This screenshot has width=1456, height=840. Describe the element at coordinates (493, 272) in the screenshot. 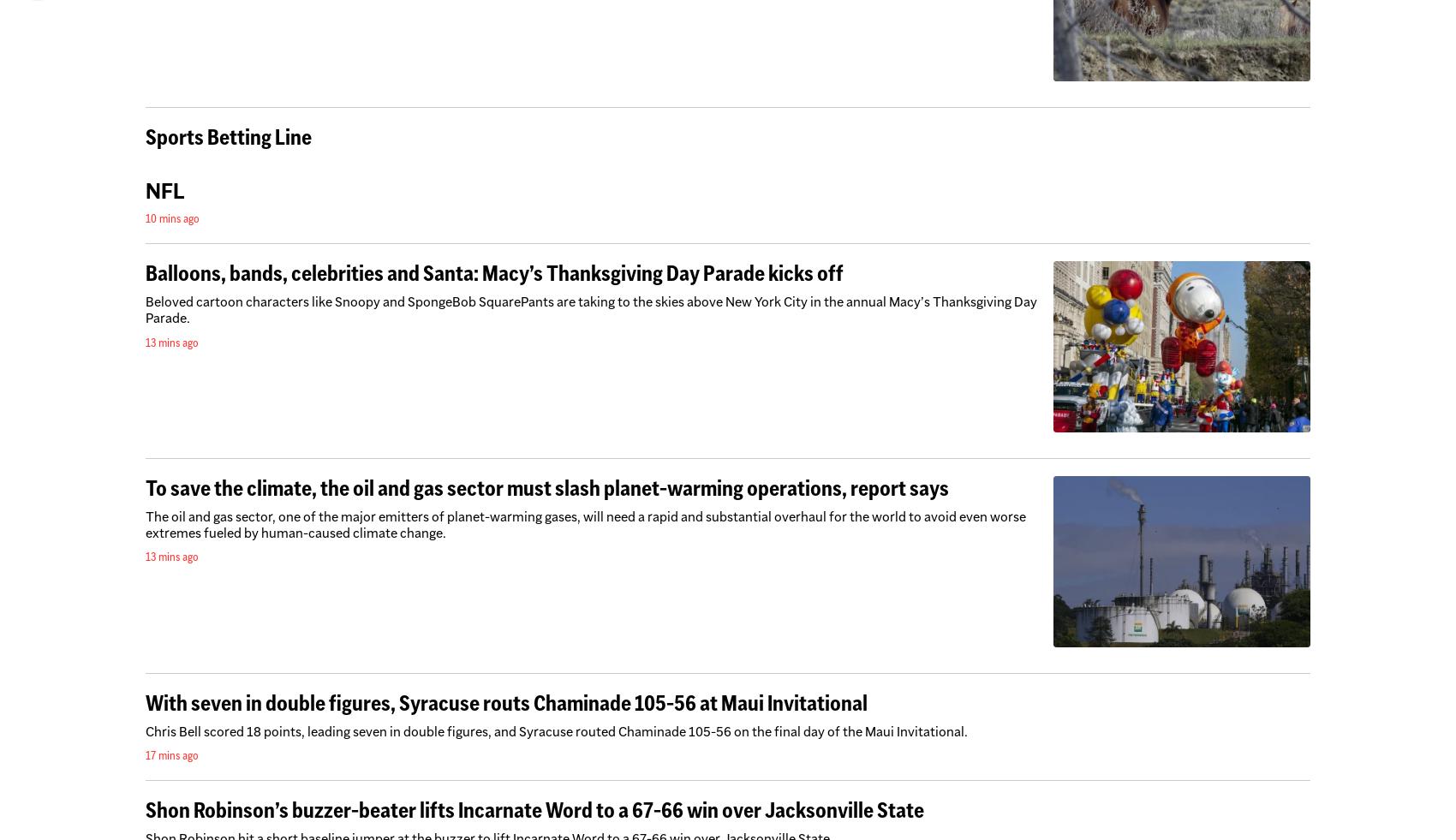

I see `'Balloons, bands, celebrities and Santa: Macy’s Thanksgiving Day Parade kicks off'` at that location.